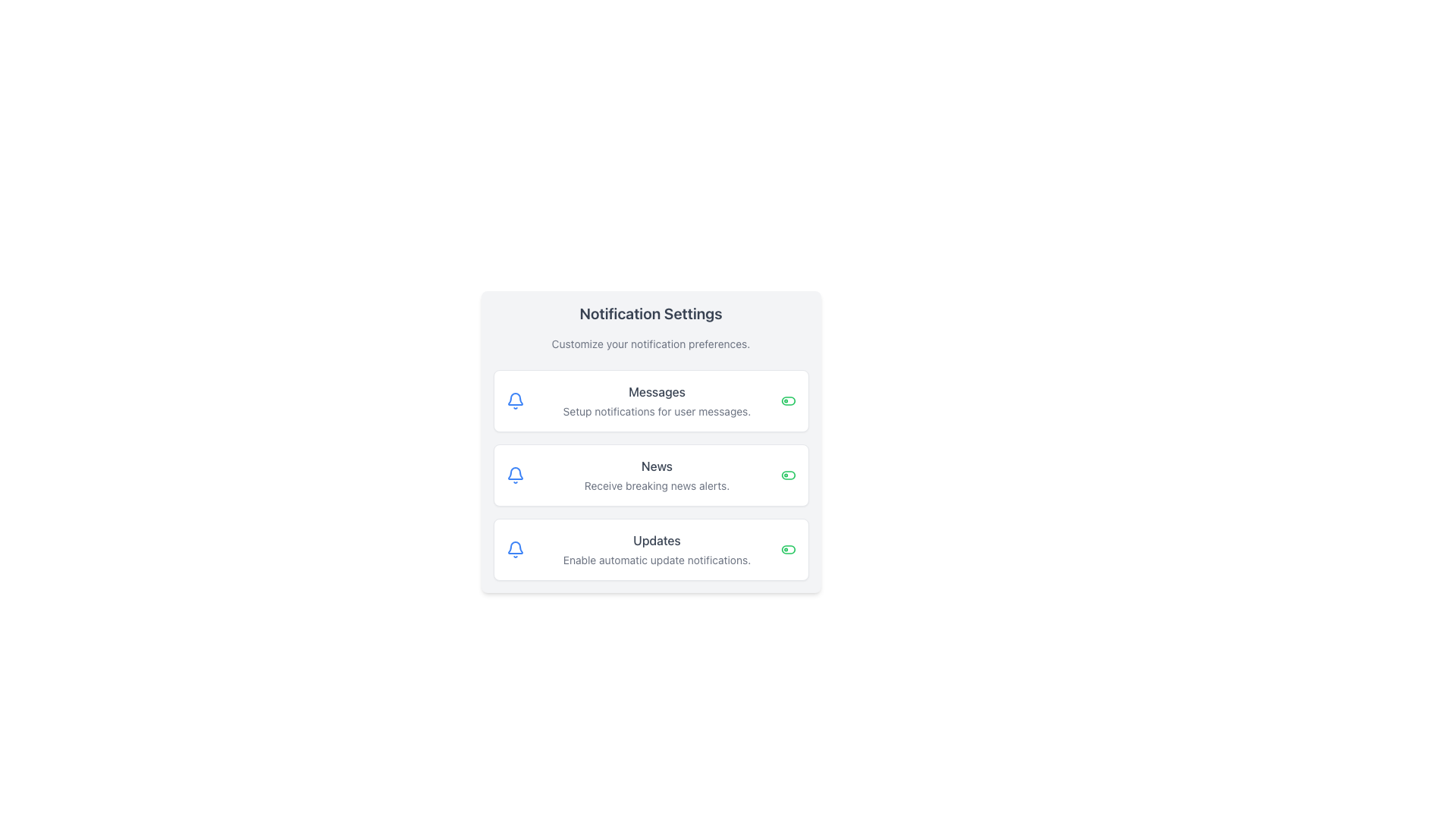 This screenshot has width=1456, height=819. I want to click on the Text label that serves as a heading for the notification category related to news alerts, located in the middle section of the vertical layout, so click(657, 465).